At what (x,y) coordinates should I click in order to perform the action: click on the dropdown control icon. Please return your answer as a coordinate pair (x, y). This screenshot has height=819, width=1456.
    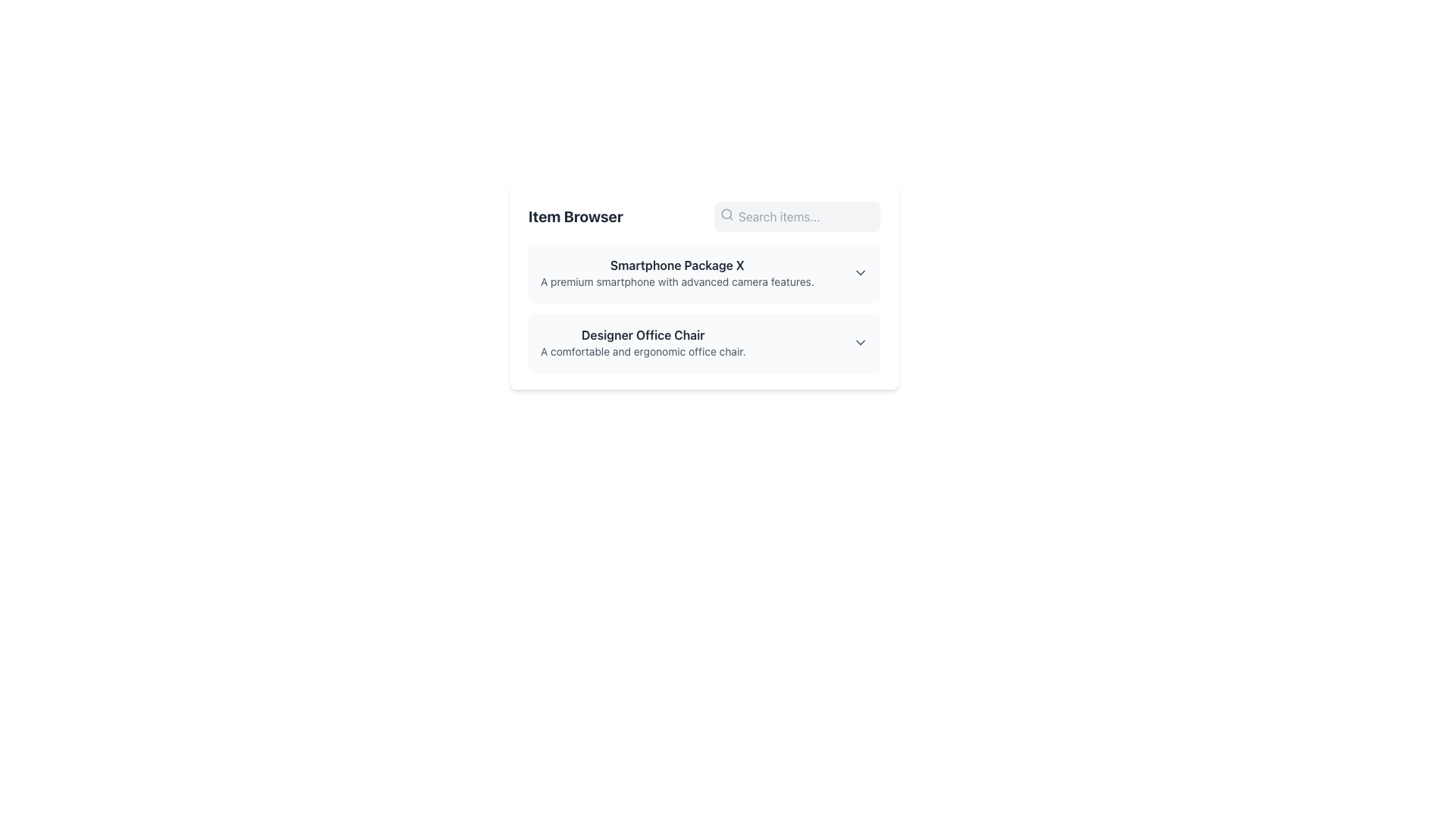
    Looking at the image, I should click on (860, 271).